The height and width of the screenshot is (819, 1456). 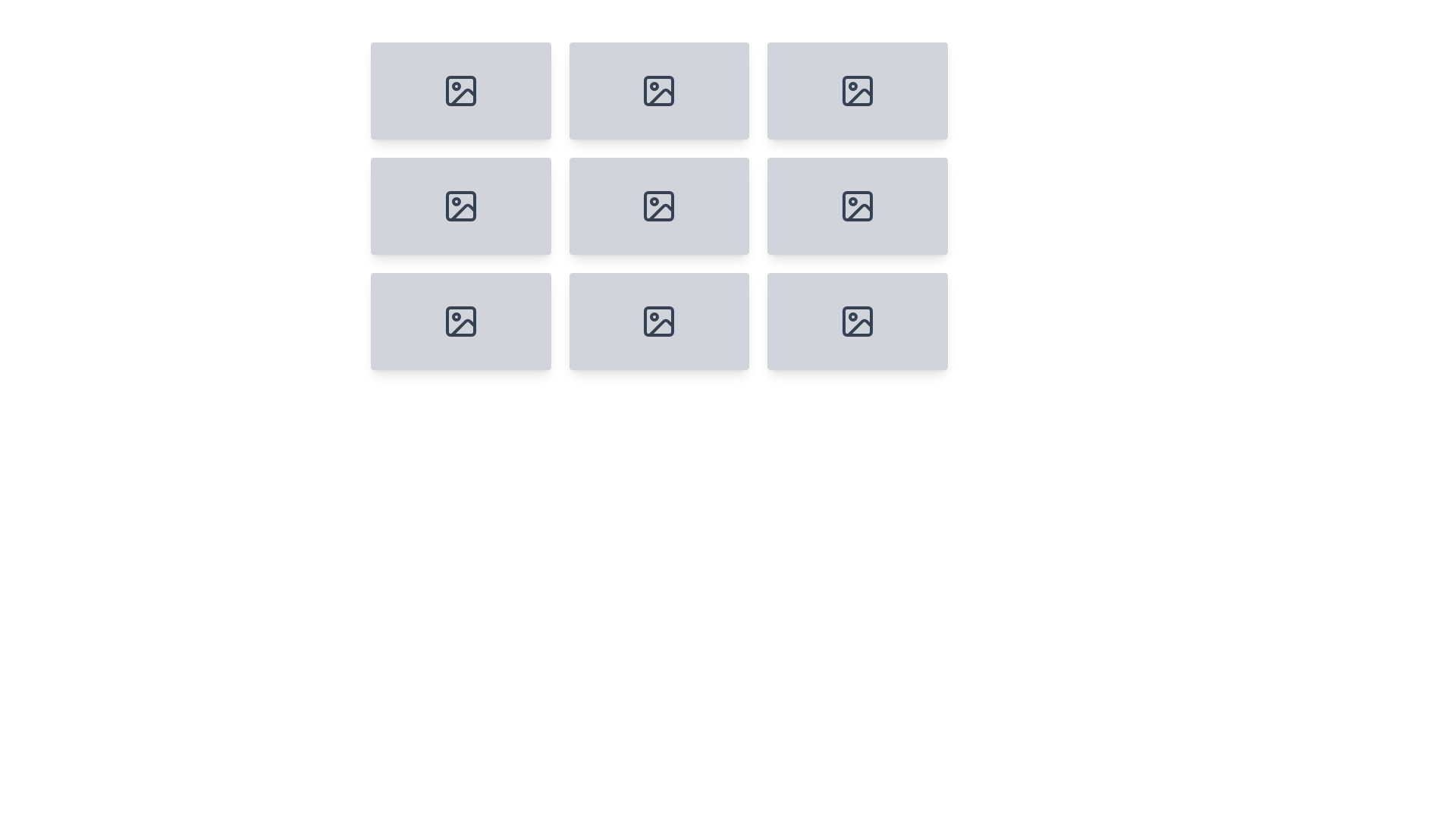 What do you see at coordinates (460, 321) in the screenshot?
I see `the non-interactive card located in the bottom-left of a 3x3 grid layout, which is the first item in the third row` at bounding box center [460, 321].